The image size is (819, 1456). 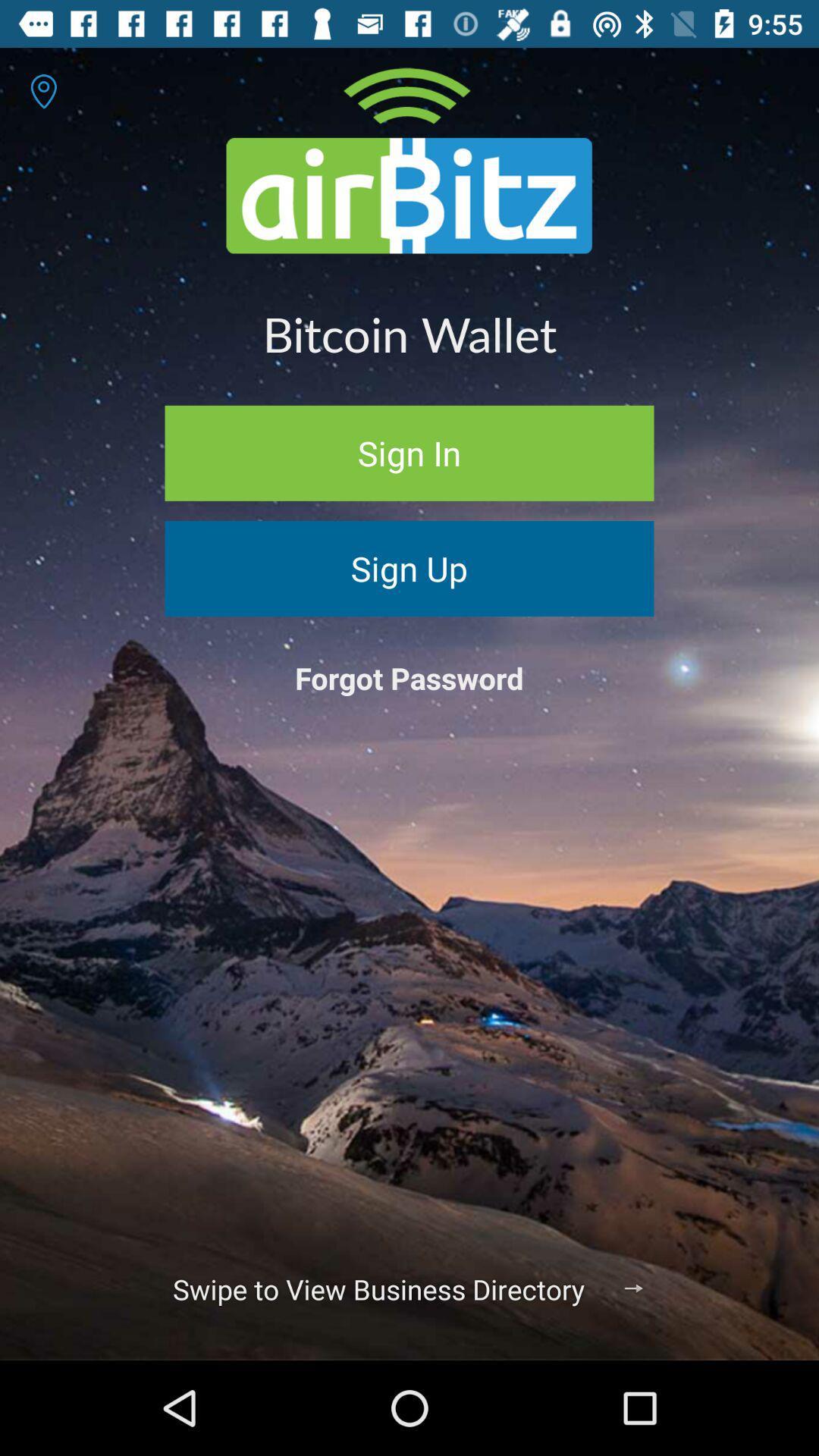 I want to click on icon above the forgot password, so click(x=409, y=567).